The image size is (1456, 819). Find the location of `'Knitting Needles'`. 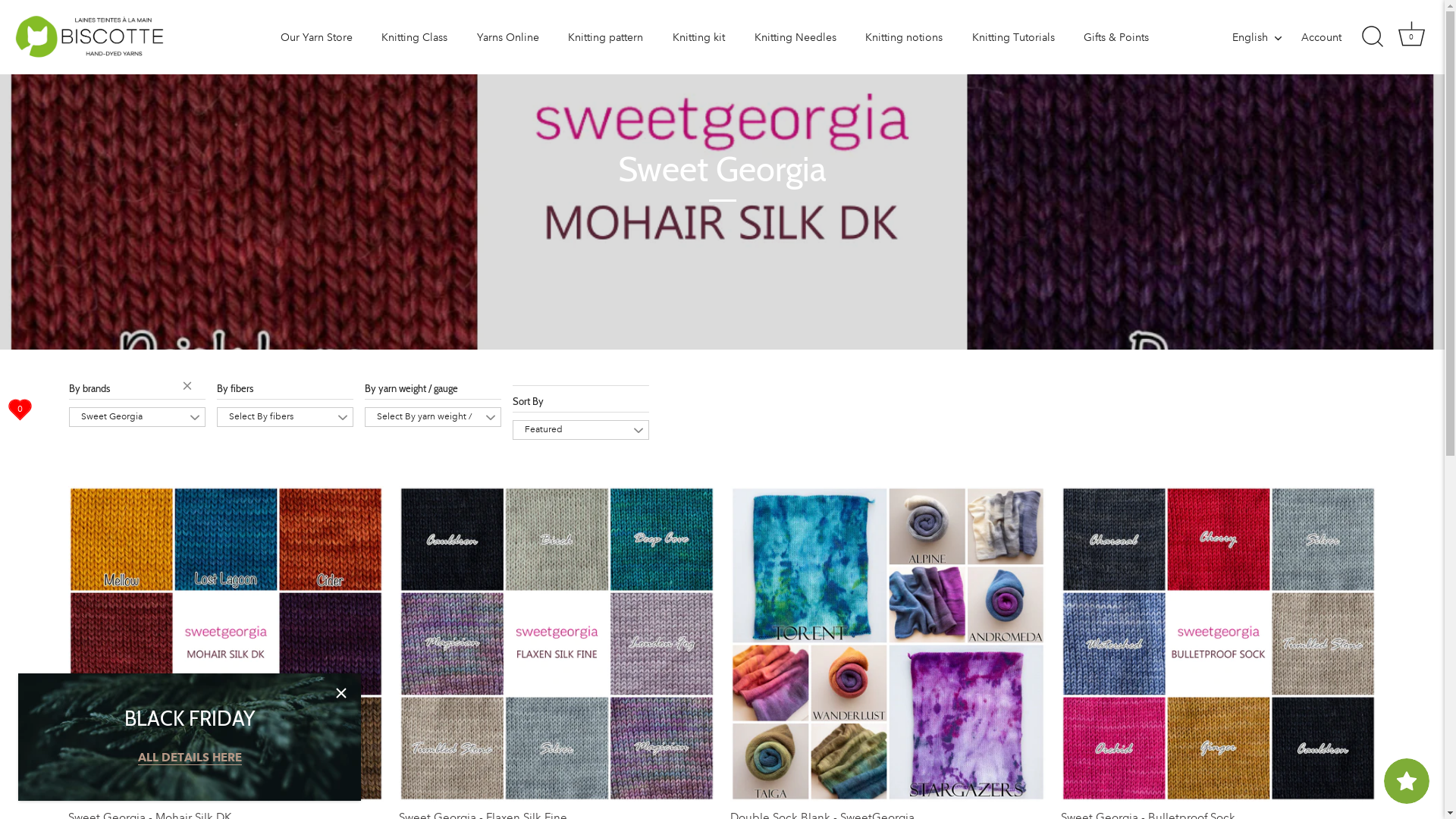

'Knitting Needles' is located at coordinates (794, 36).